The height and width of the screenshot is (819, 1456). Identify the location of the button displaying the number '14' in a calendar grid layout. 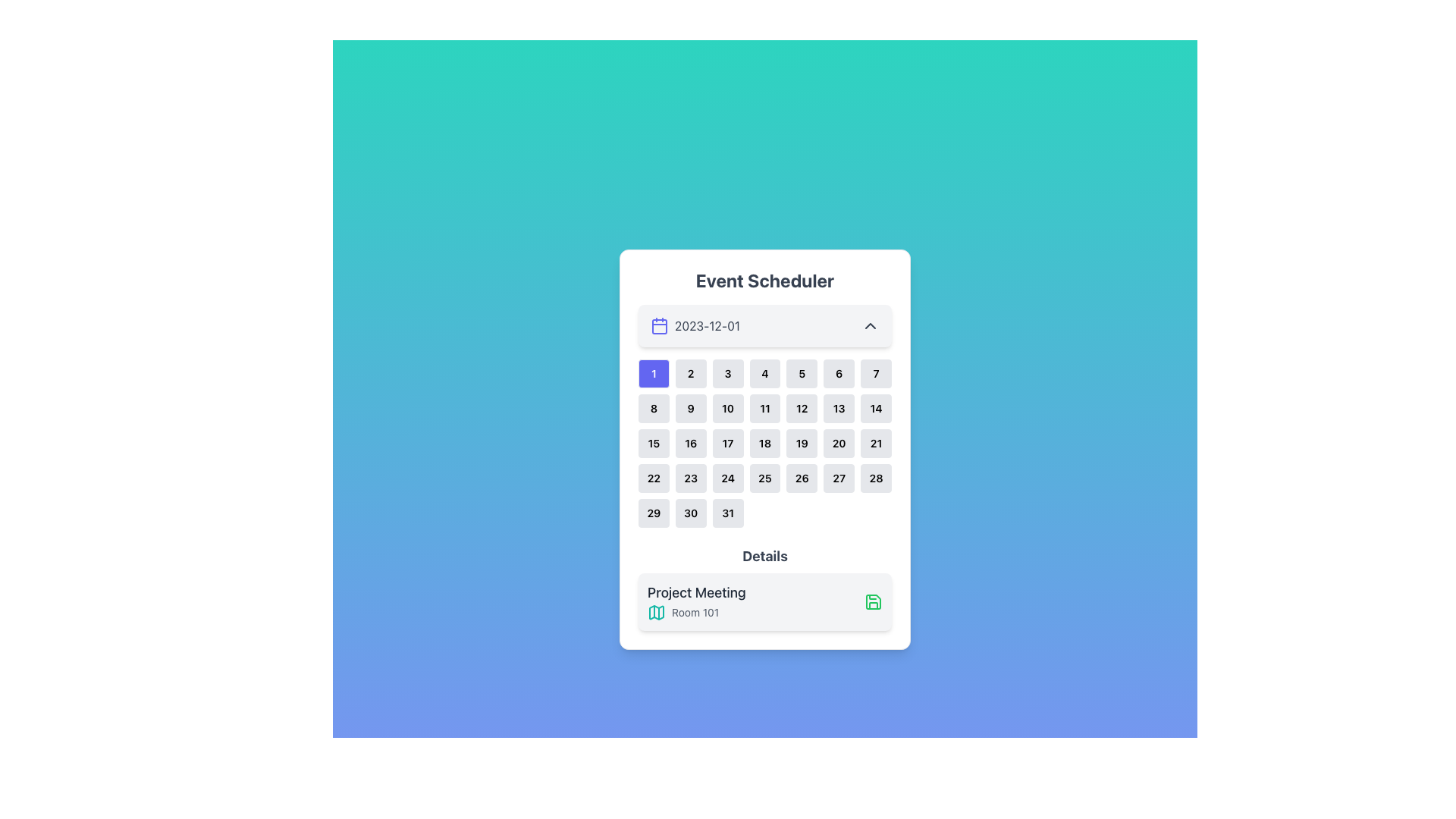
(876, 408).